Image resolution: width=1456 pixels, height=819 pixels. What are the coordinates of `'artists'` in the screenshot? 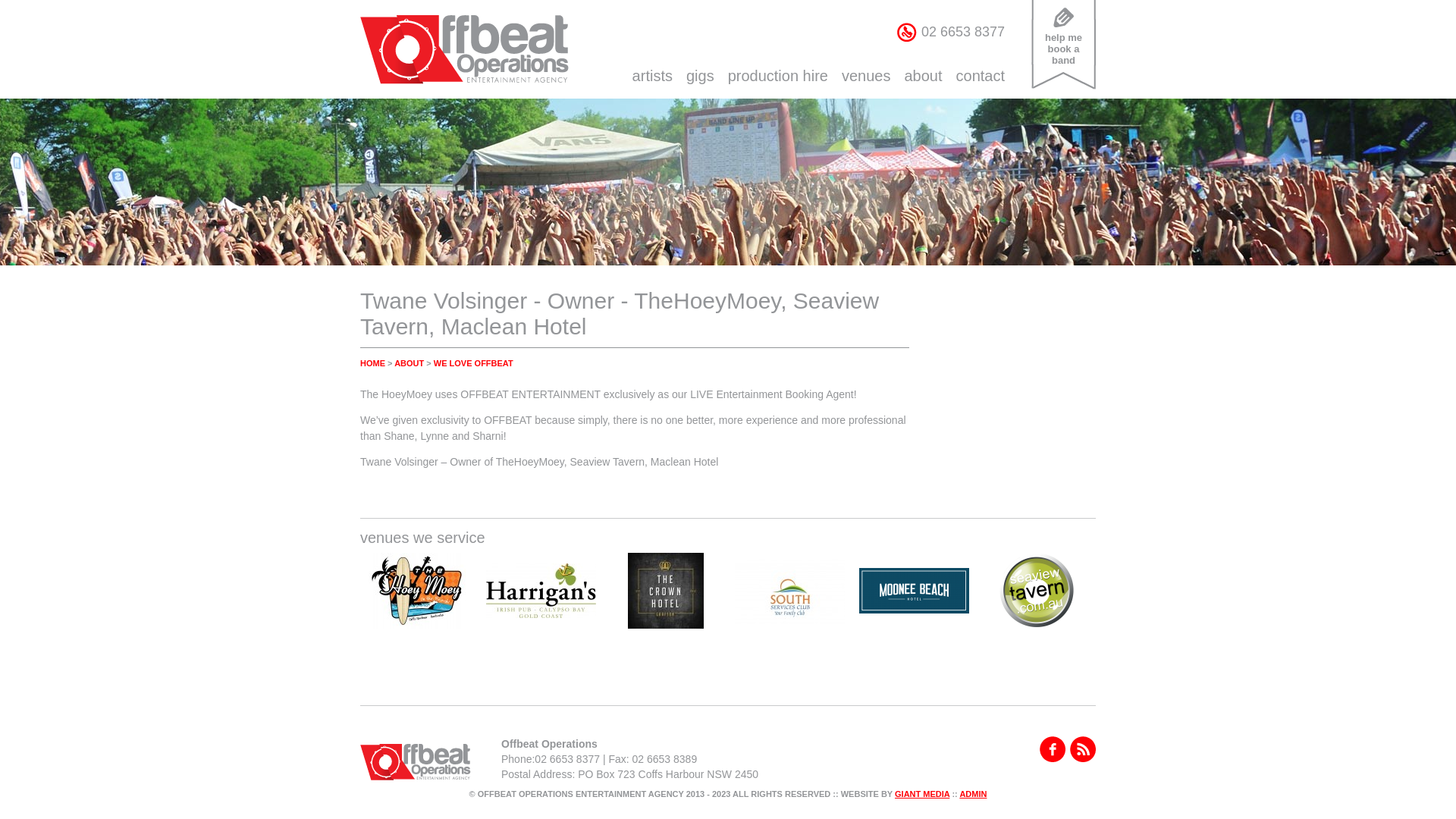 It's located at (652, 76).